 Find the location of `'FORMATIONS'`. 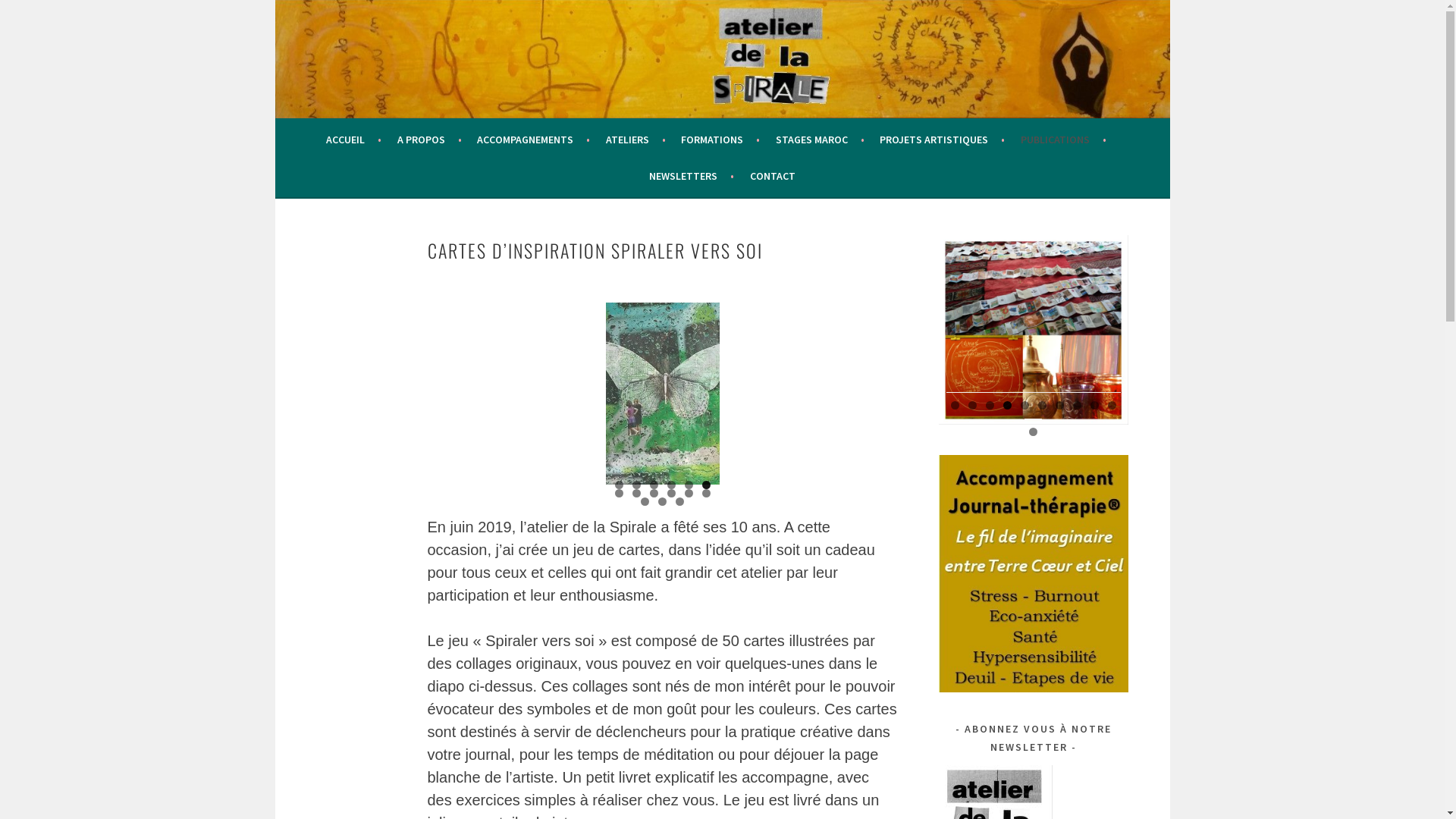

'FORMATIONS' is located at coordinates (720, 140).